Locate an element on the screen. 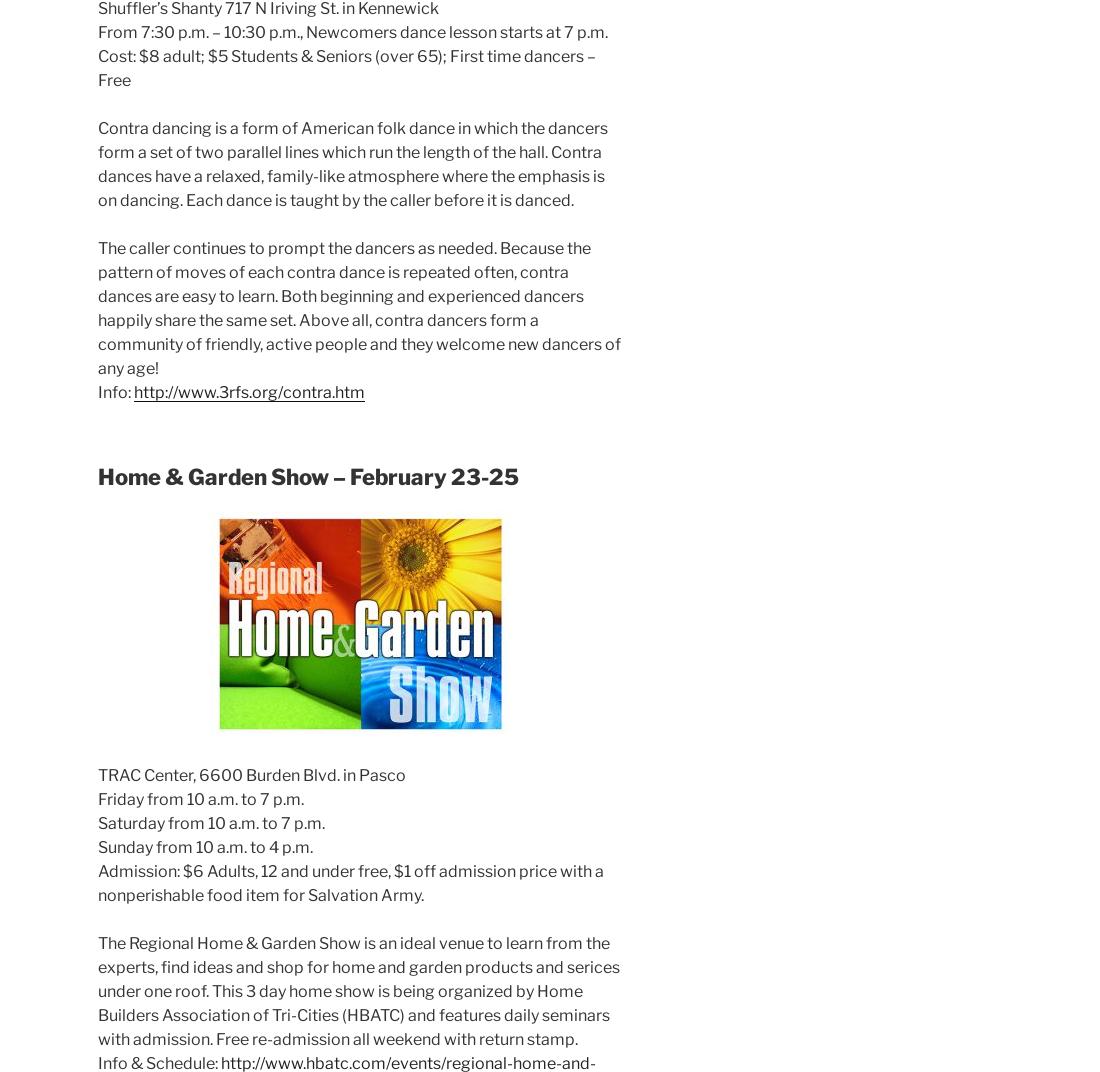 The image size is (1100, 1072). 'Sunday from 10 a.m. to 4 p.m.' is located at coordinates (98, 845).